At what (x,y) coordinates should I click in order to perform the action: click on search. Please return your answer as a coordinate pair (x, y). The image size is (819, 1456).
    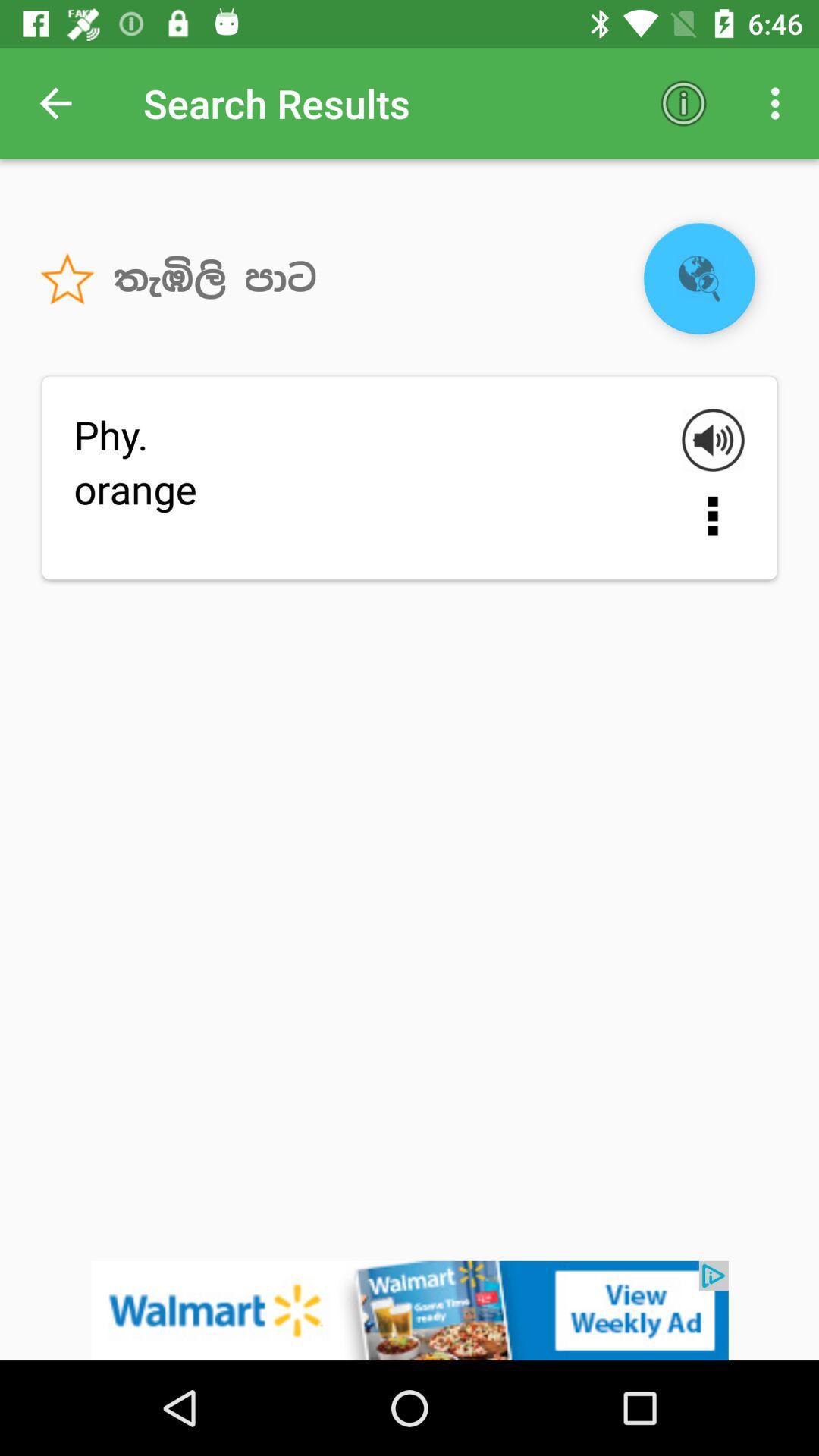
    Looking at the image, I should click on (699, 278).